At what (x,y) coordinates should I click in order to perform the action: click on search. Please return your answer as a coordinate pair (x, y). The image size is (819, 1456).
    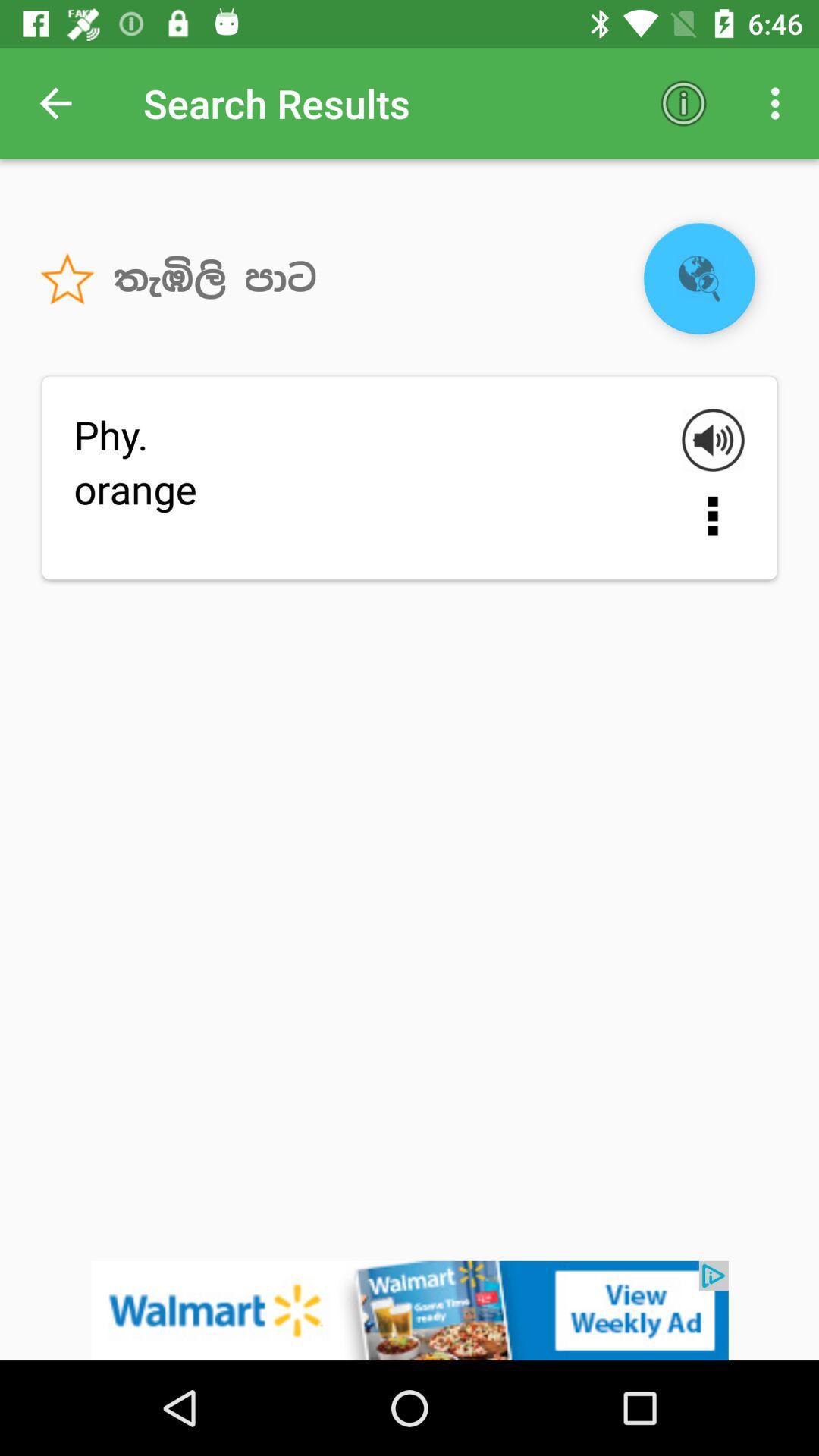
    Looking at the image, I should click on (699, 278).